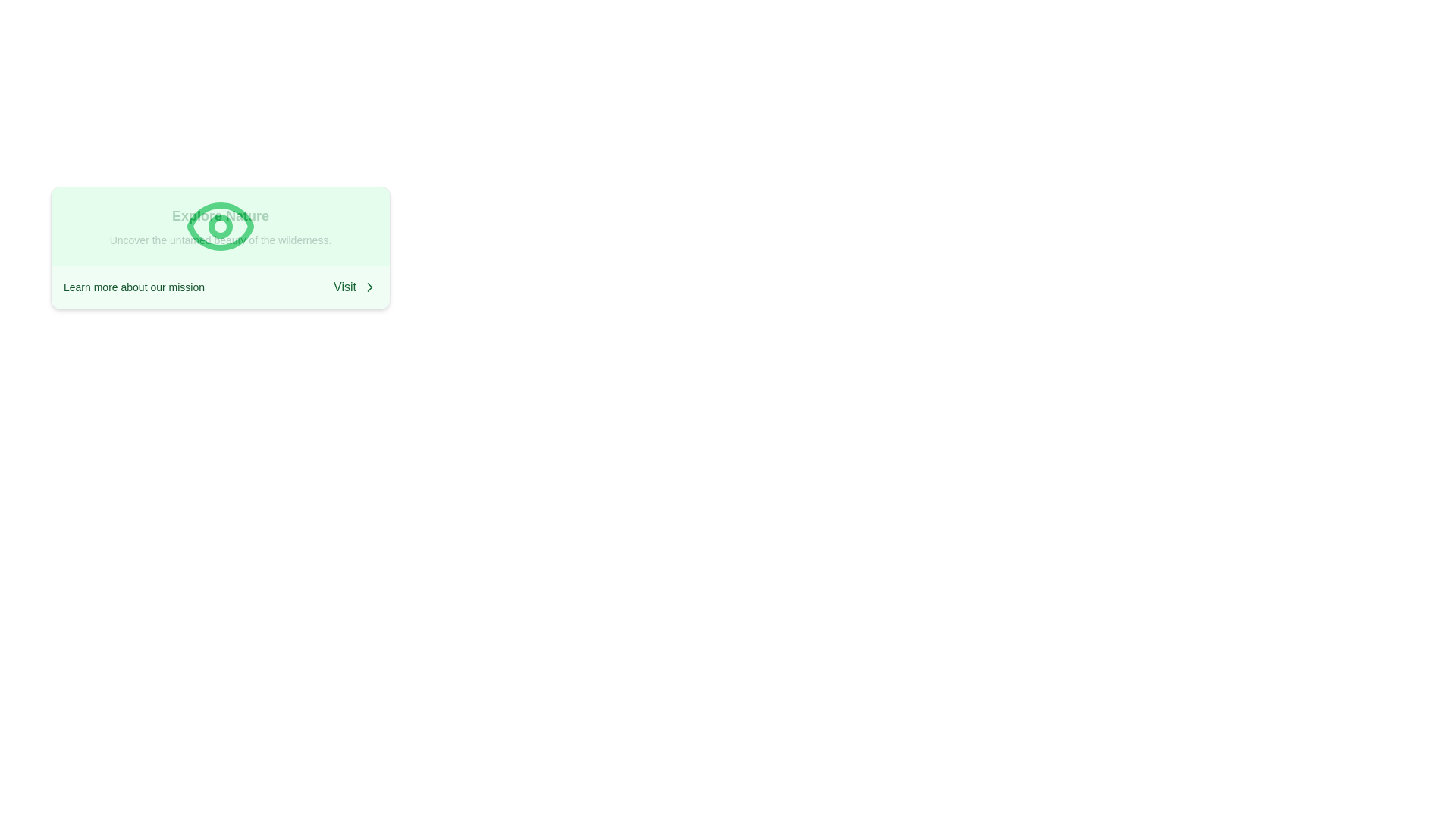 This screenshot has width=1456, height=819. What do you see at coordinates (220, 227) in the screenshot?
I see `the Icon or graphical representation that symbolizes observation or discovery, located within the green-tinted card layout next to the text 'Explore Nature'` at bounding box center [220, 227].